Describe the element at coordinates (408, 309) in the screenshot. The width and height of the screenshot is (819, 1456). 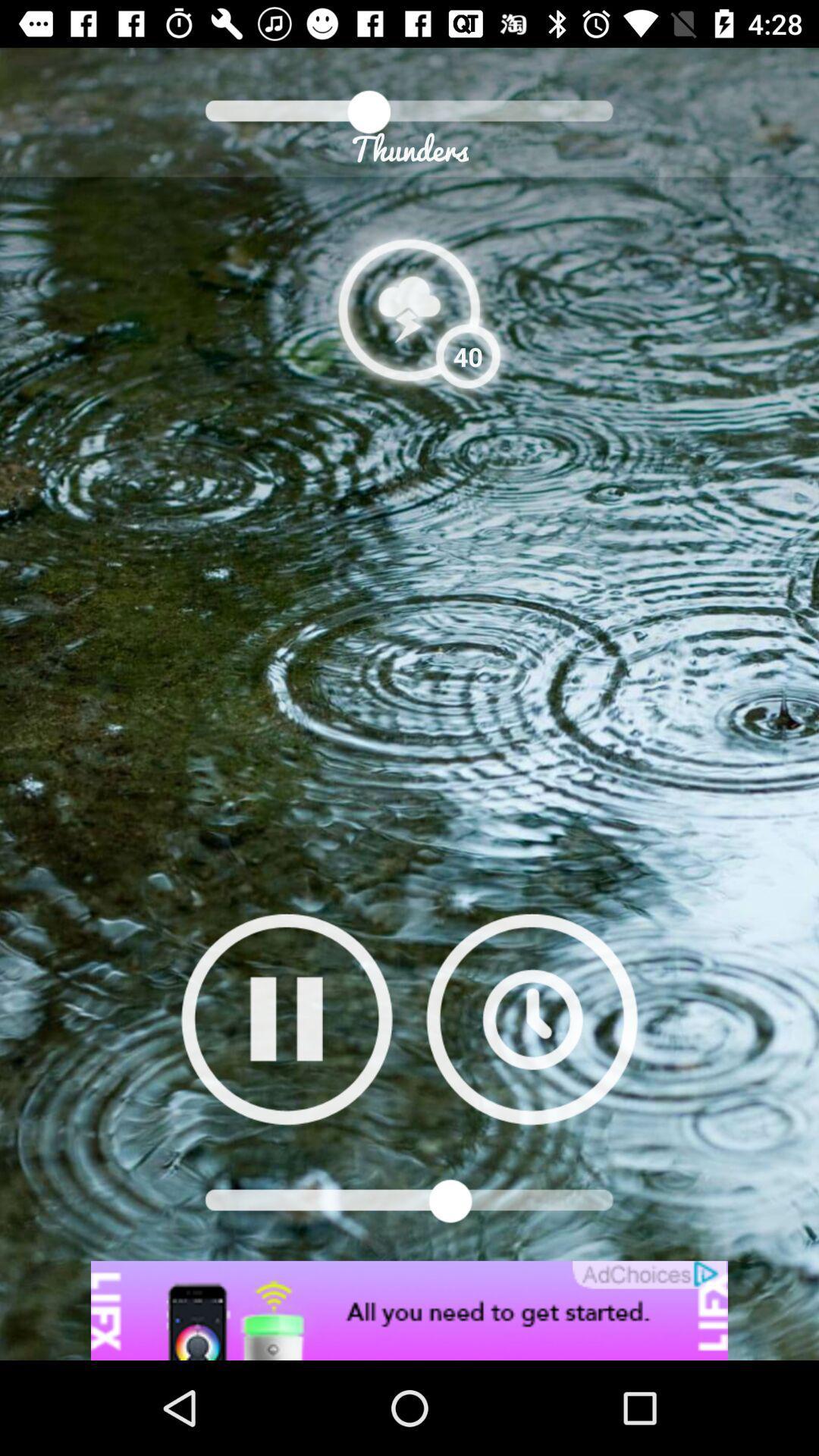
I see `open weather information` at that location.